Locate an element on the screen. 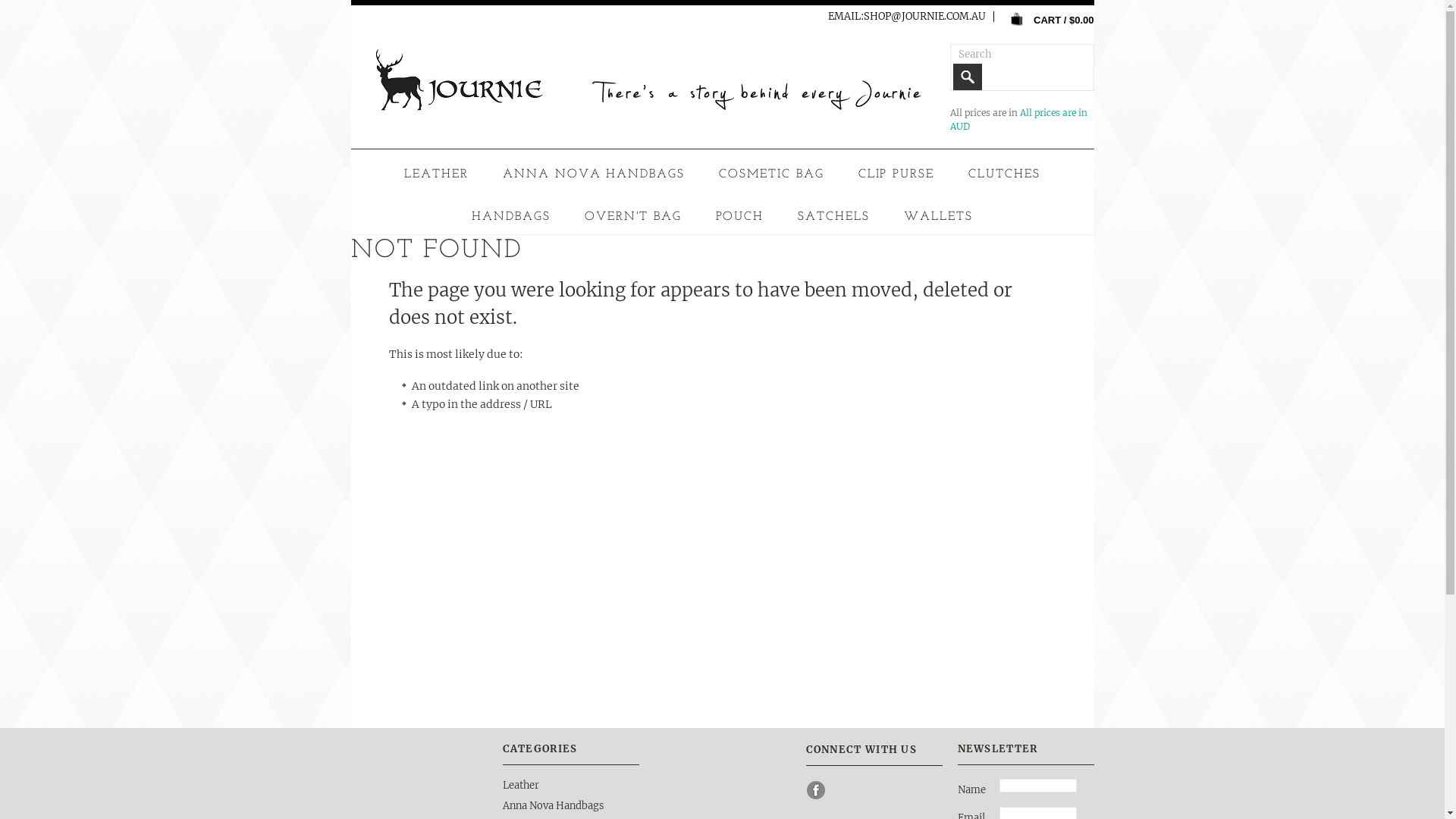 The image size is (1456, 819). 'Search' is located at coordinates (966, 77).